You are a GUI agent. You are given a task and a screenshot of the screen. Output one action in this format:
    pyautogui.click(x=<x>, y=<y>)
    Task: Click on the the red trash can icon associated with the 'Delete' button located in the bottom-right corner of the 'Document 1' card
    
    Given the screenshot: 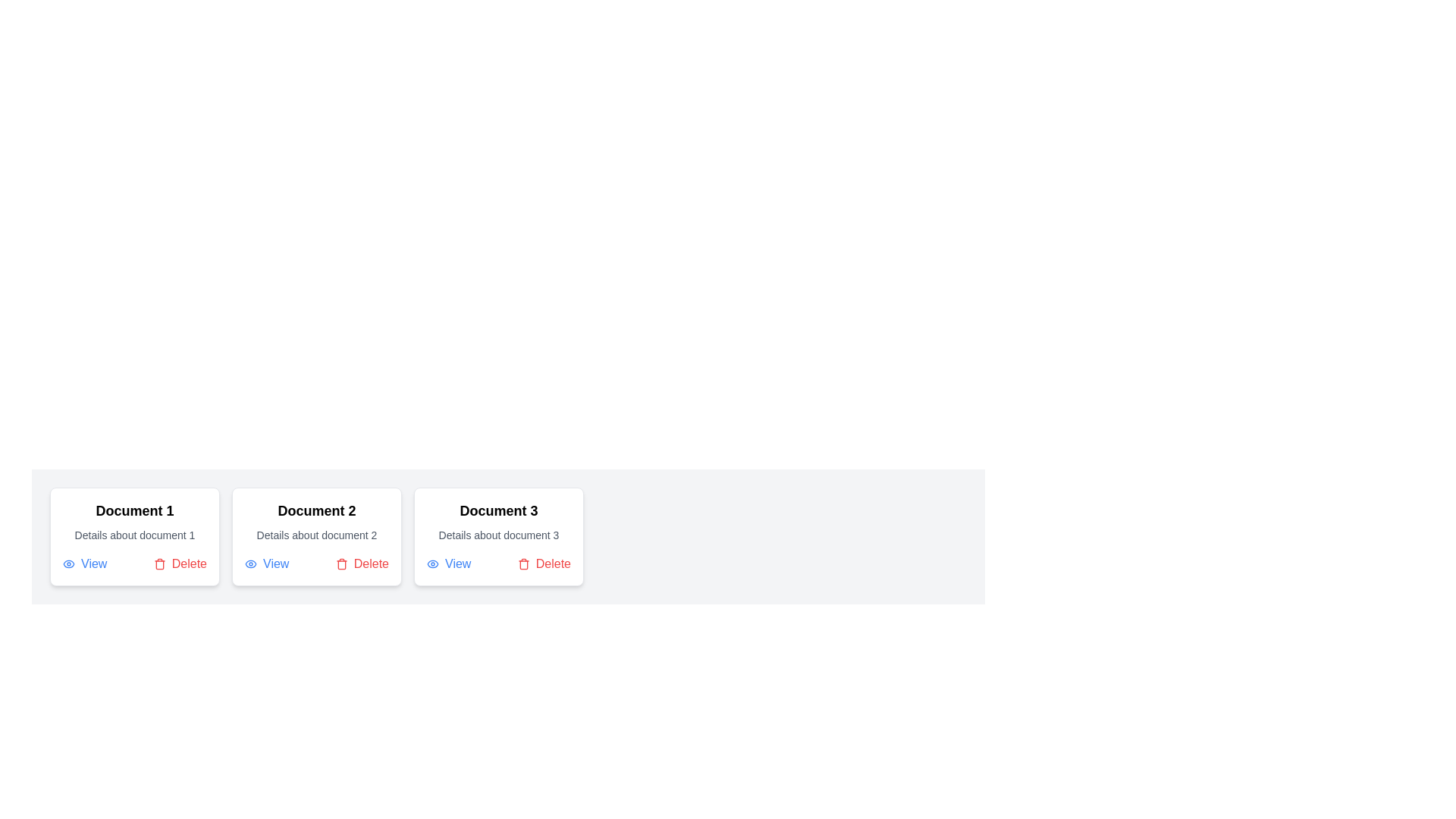 What is the action you would take?
    pyautogui.click(x=159, y=564)
    